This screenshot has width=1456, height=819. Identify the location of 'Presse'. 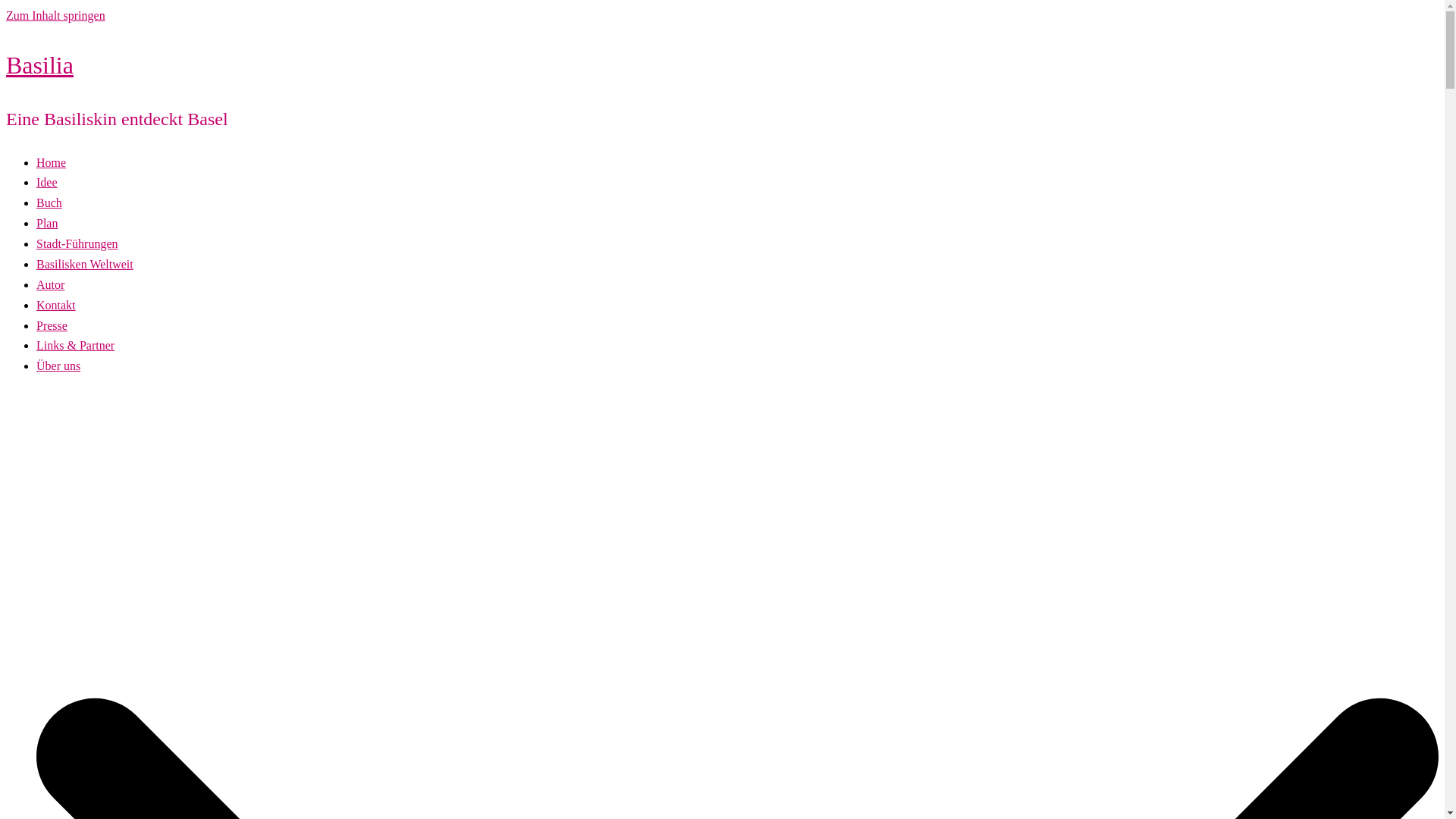
(52, 325).